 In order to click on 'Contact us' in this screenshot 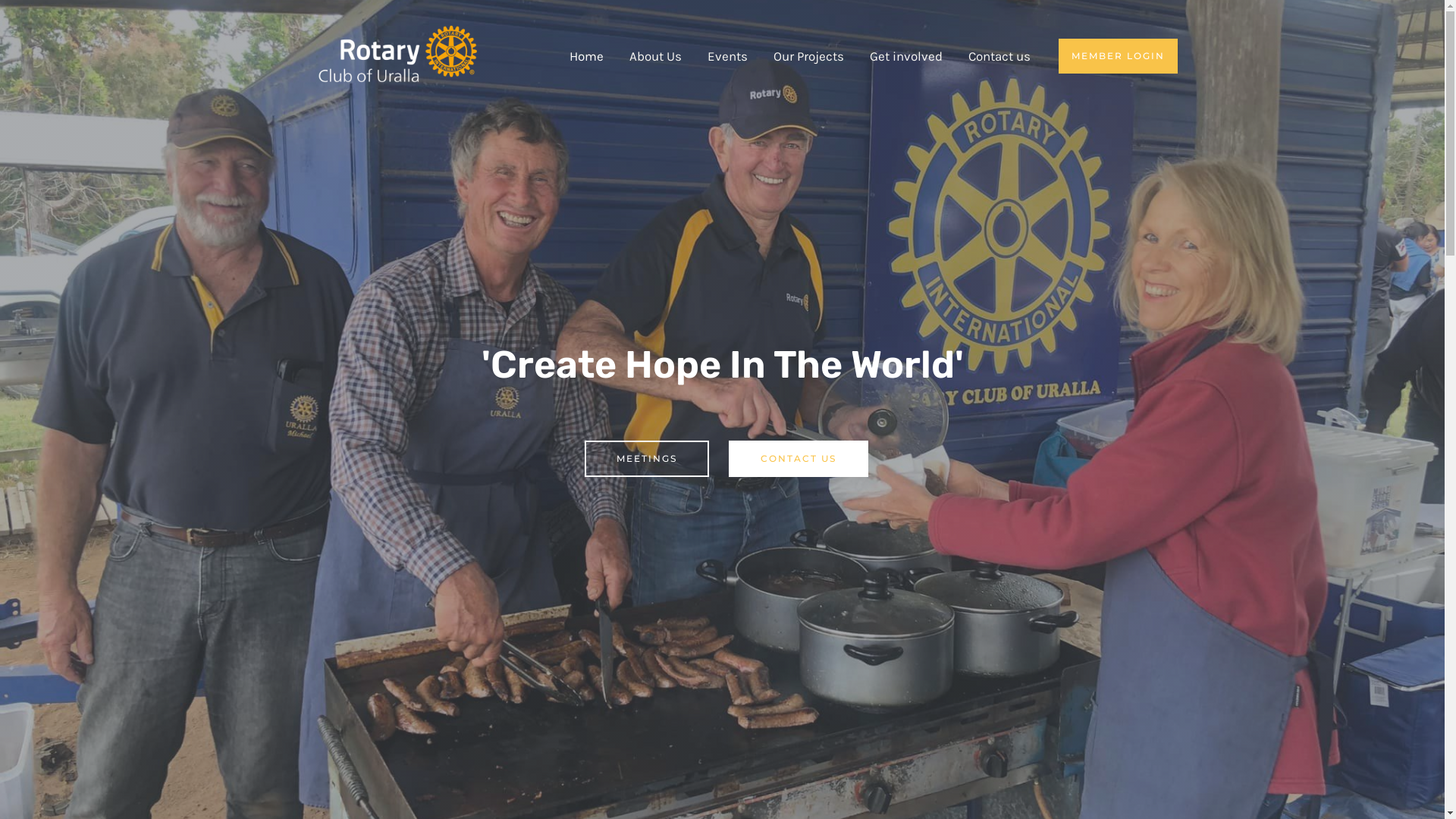, I will do `click(999, 55)`.